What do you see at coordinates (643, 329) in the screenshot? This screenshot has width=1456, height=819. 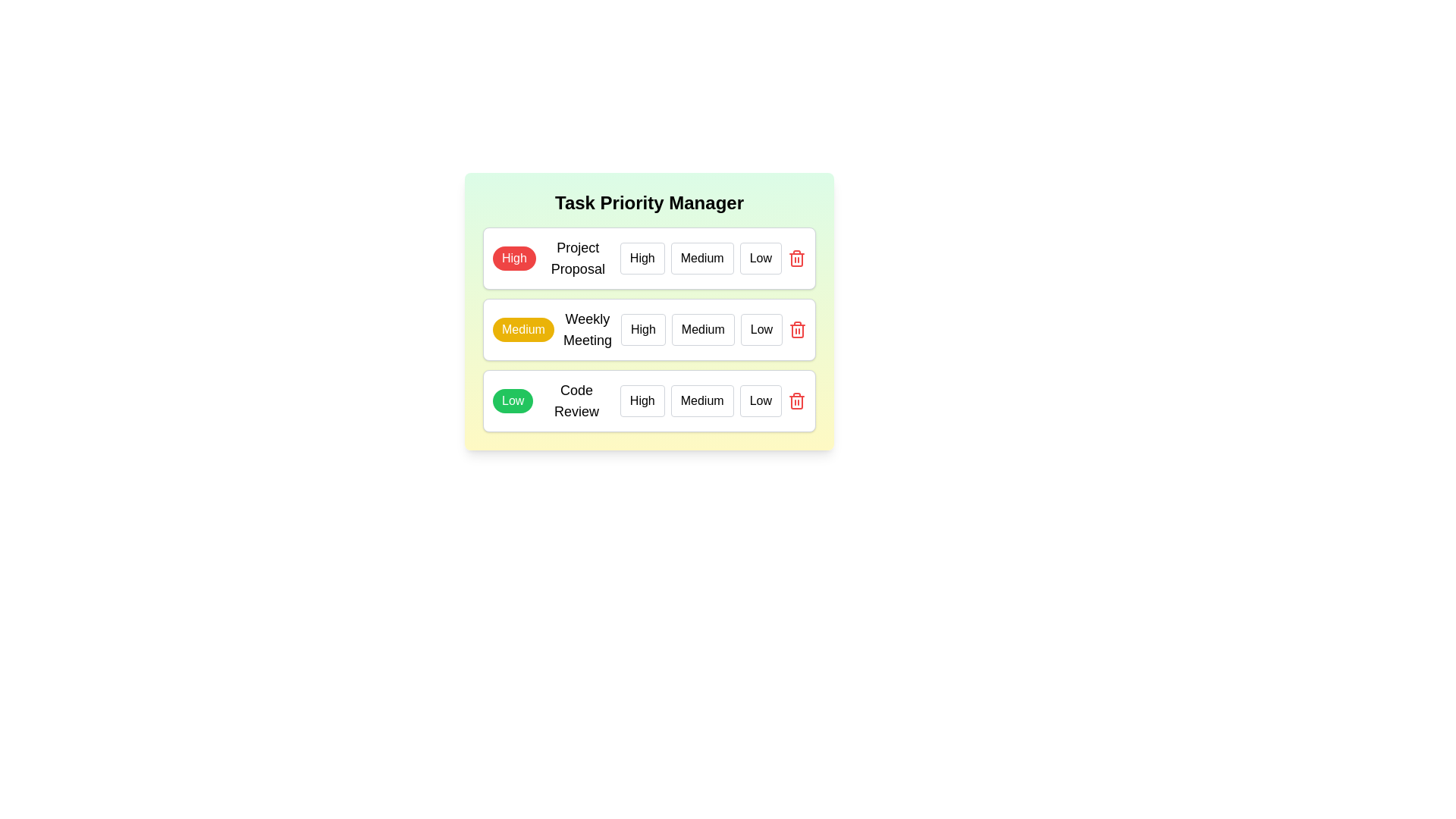 I see `the priority level High for the task Weekly Meeting` at bounding box center [643, 329].